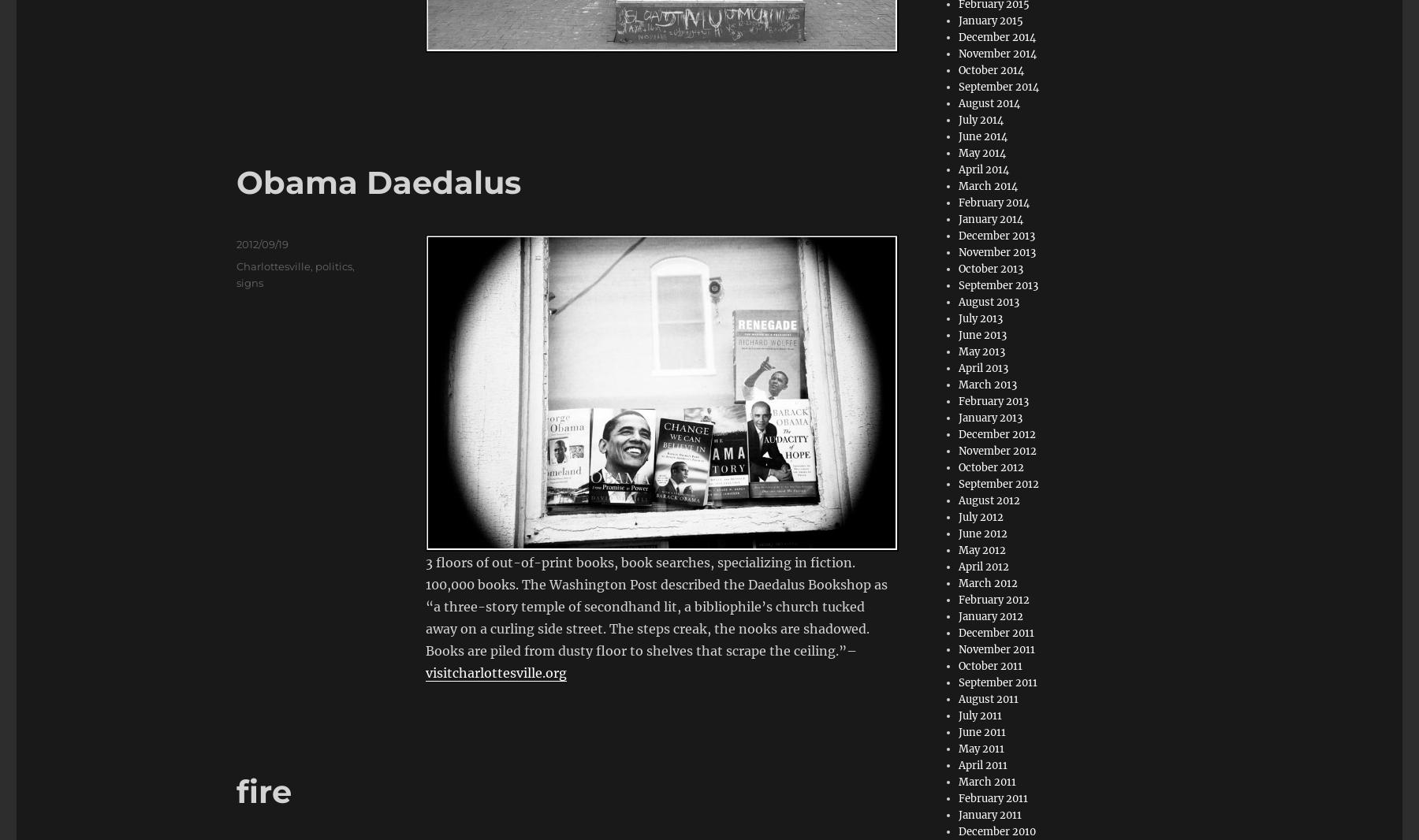 The width and height of the screenshot is (1419, 840). I want to click on 'August 2011', so click(958, 699).